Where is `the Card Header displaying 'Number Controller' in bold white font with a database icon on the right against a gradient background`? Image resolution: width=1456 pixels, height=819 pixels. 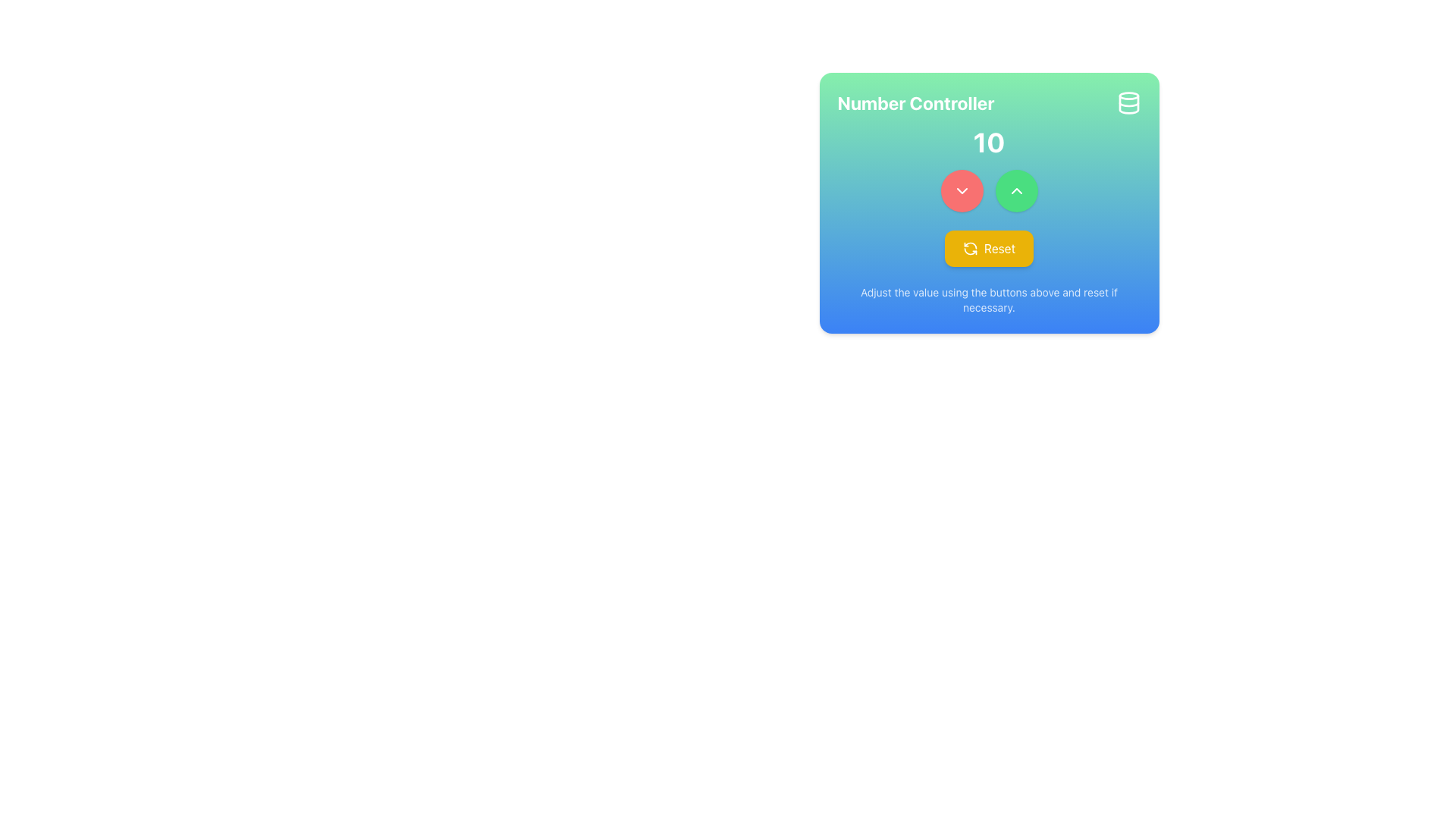
the Card Header displaying 'Number Controller' in bold white font with a database icon on the right against a gradient background is located at coordinates (989, 102).